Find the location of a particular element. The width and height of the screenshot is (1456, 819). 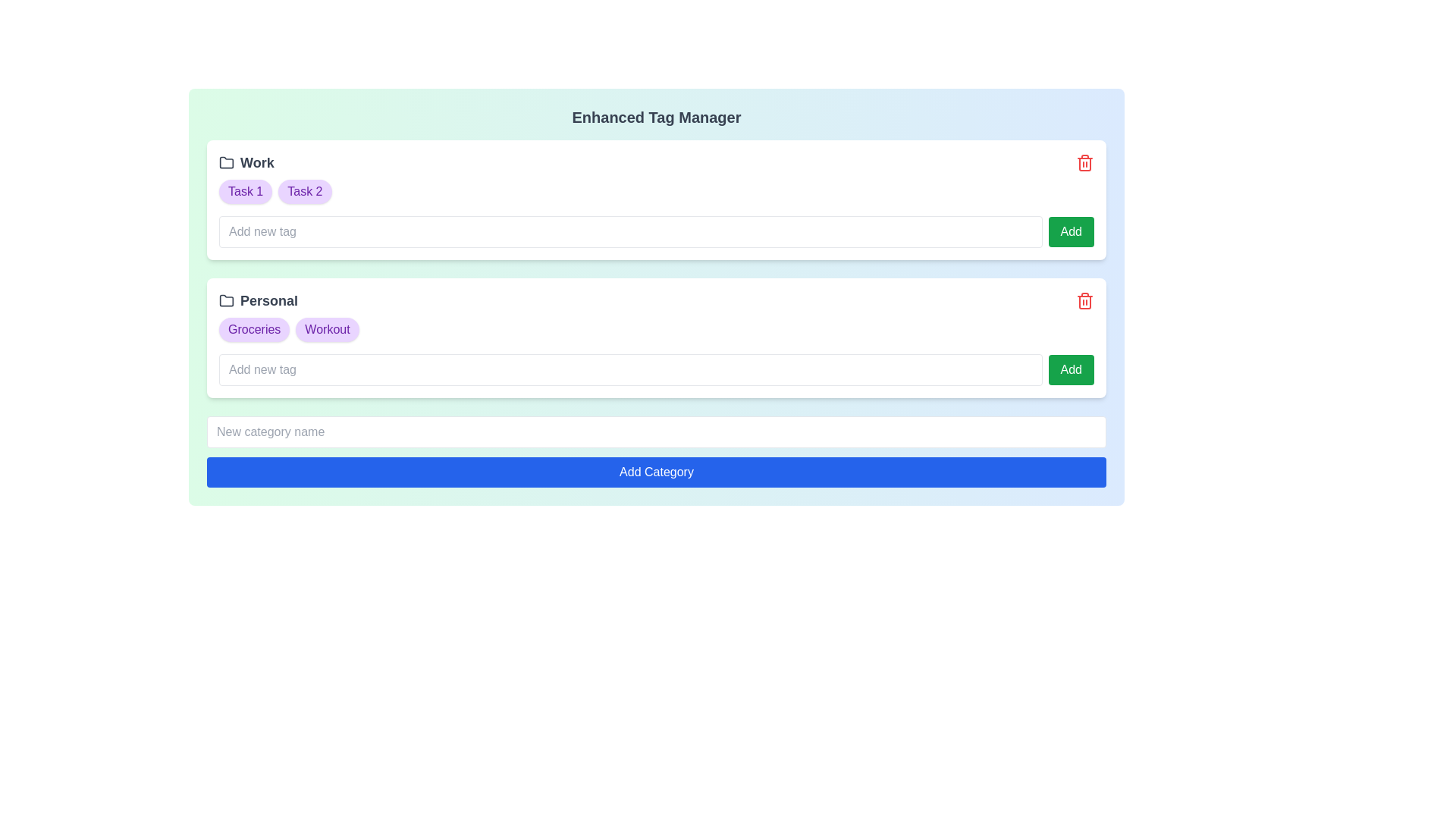

the Icon button (trash can) used for deleting the 'Personal' category or its contents by interacting with it is located at coordinates (1084, 301).